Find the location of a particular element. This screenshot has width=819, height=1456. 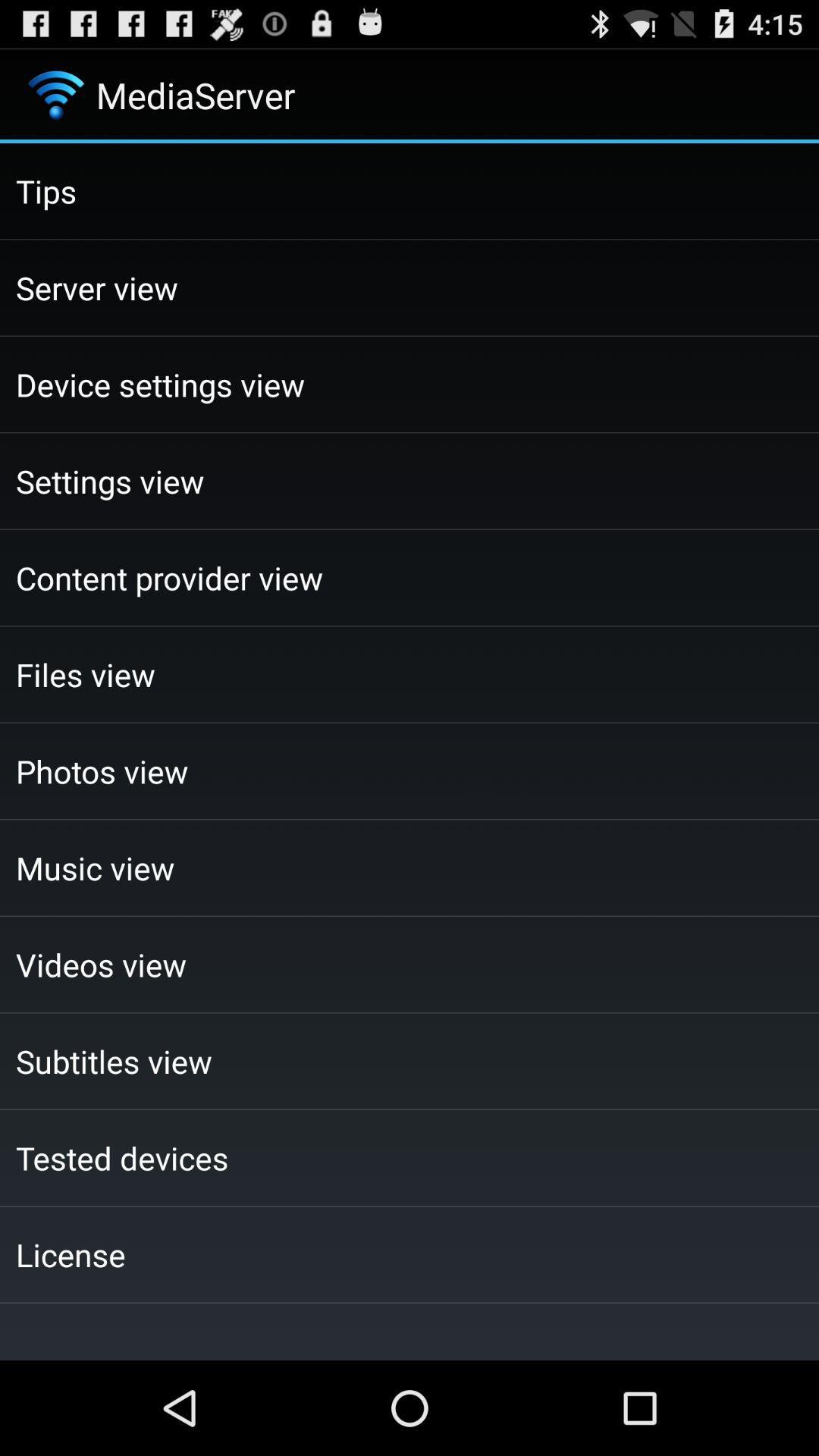

the checkbox below the music view is located at coordinates (409, 964).